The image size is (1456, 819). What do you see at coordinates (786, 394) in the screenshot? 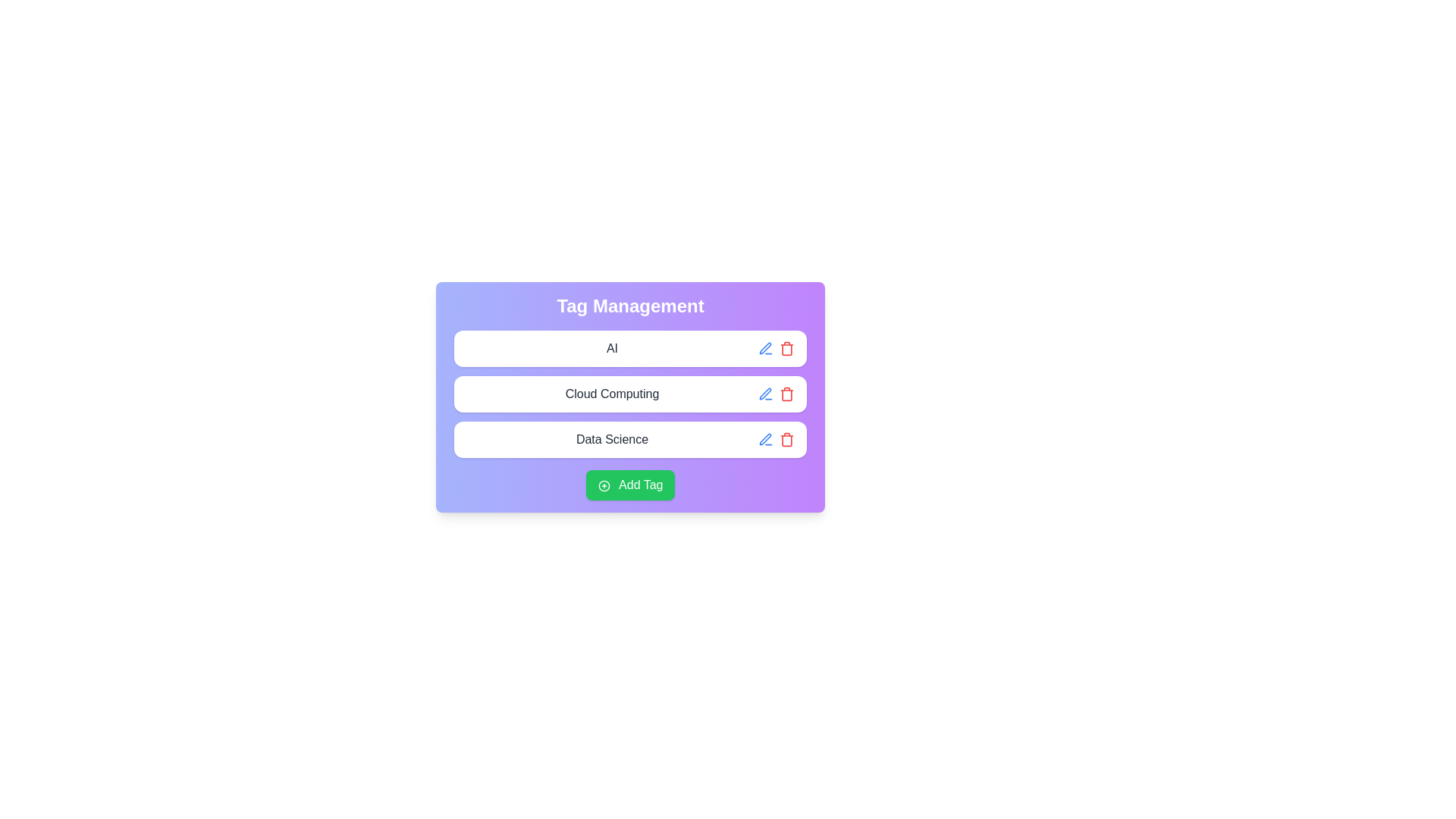
I see `the red trash can icon button` at bounding box center [786, 394].